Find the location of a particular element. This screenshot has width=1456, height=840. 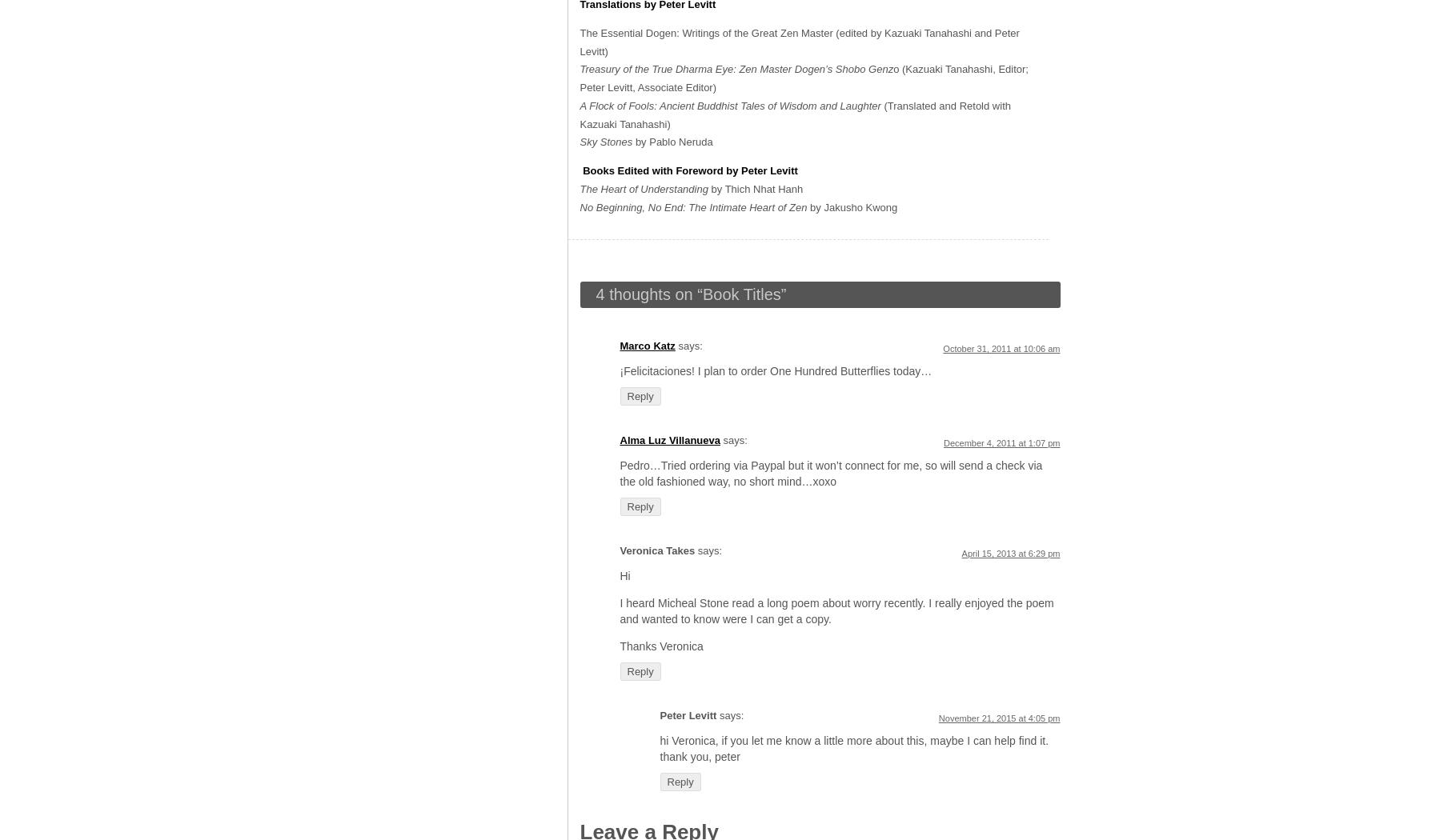

'hi Veronica,  if you let me know a little more about this, maybe I can help find it.  thank you, peter' is located at coordinates (853, 748).